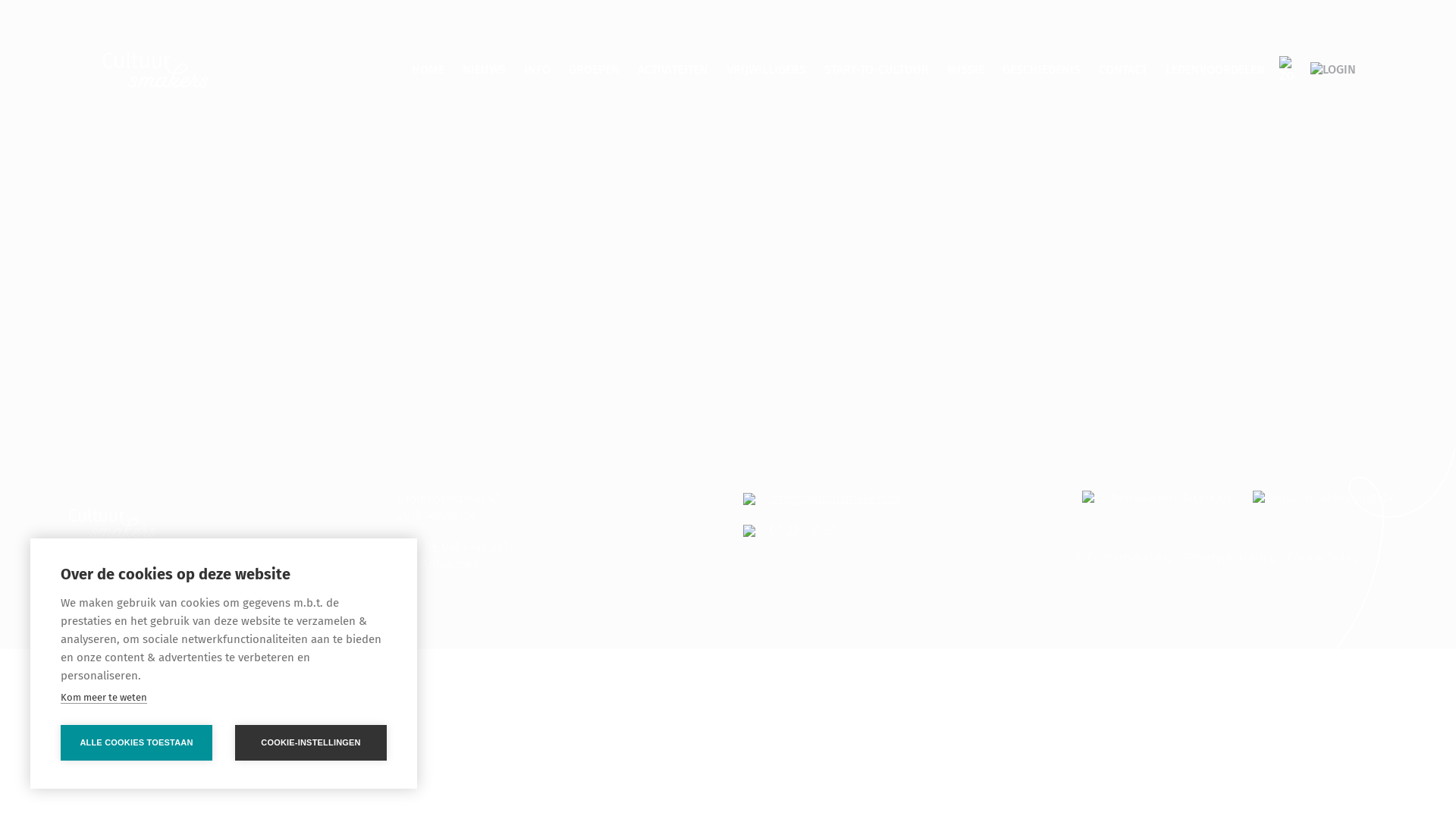 The width and height of the screenshot is (1456, 819). I want to click on 'HOME', so click(427, 69).